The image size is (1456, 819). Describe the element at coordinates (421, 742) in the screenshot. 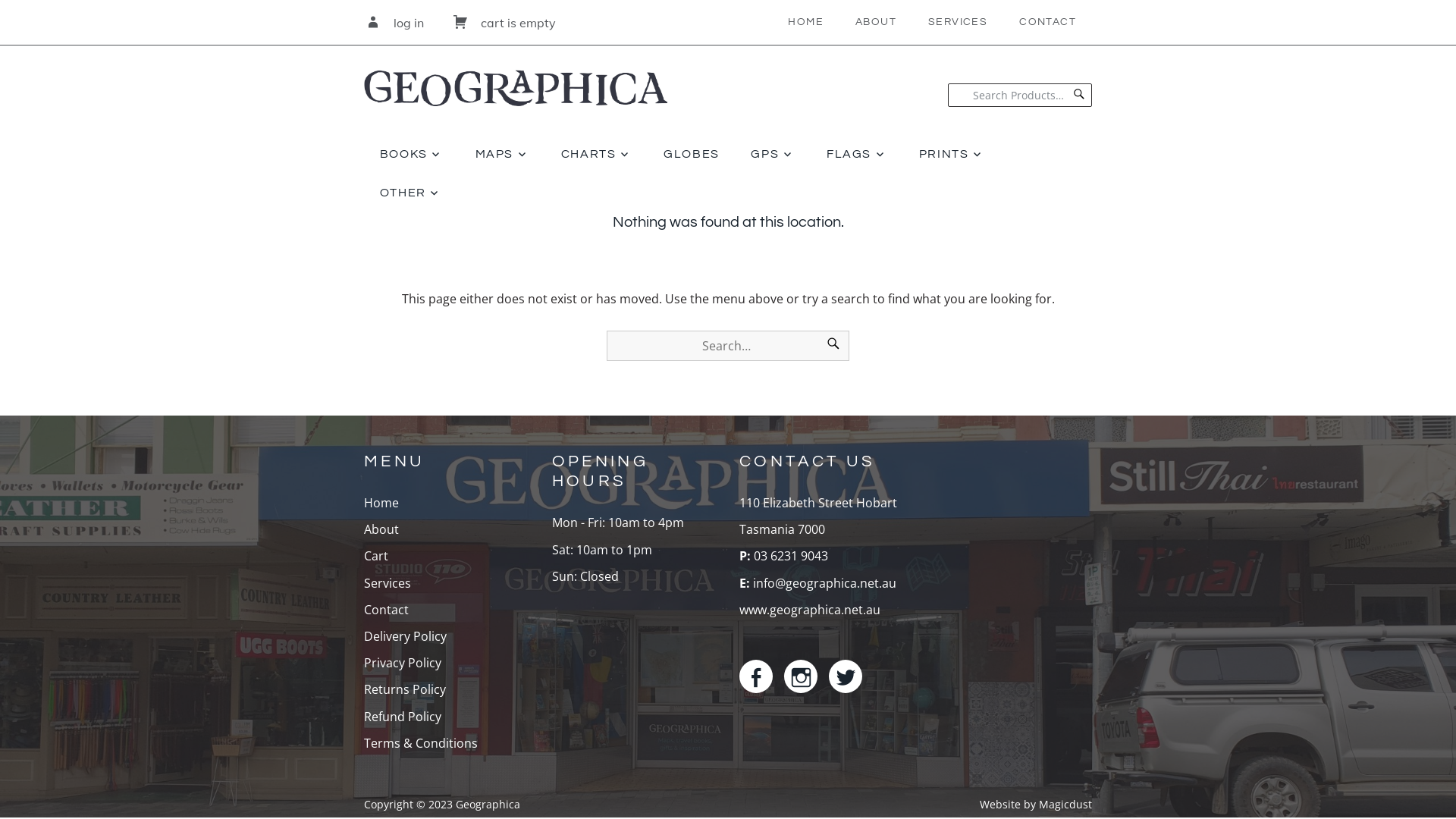

I see `'Terms & Conditions'` at that location.